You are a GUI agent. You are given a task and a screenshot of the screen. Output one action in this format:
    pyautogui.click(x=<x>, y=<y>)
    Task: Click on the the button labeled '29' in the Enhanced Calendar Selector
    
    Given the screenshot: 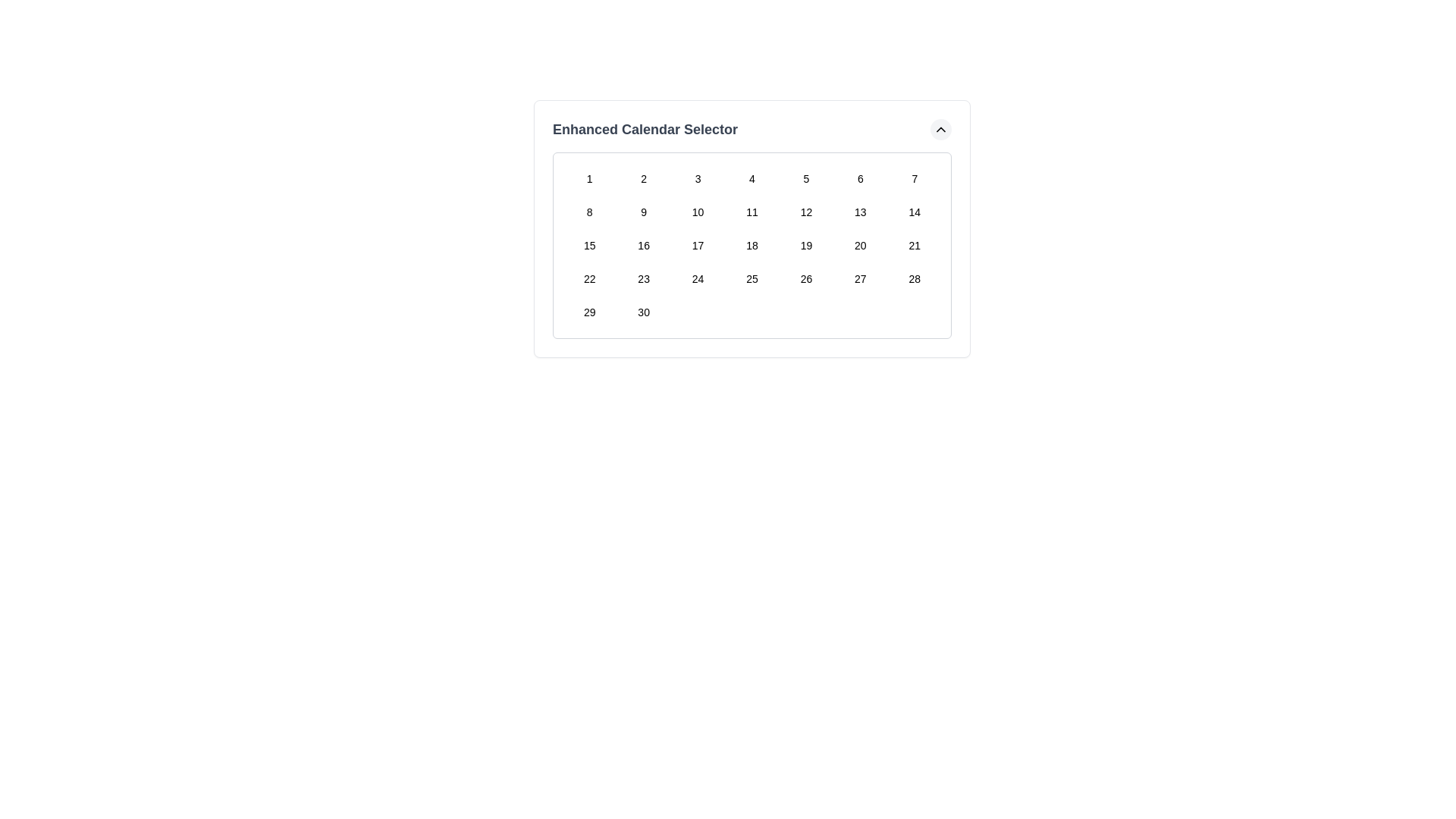 What is the action you would take?
    pyautogui.click(x=588, y=312)
    